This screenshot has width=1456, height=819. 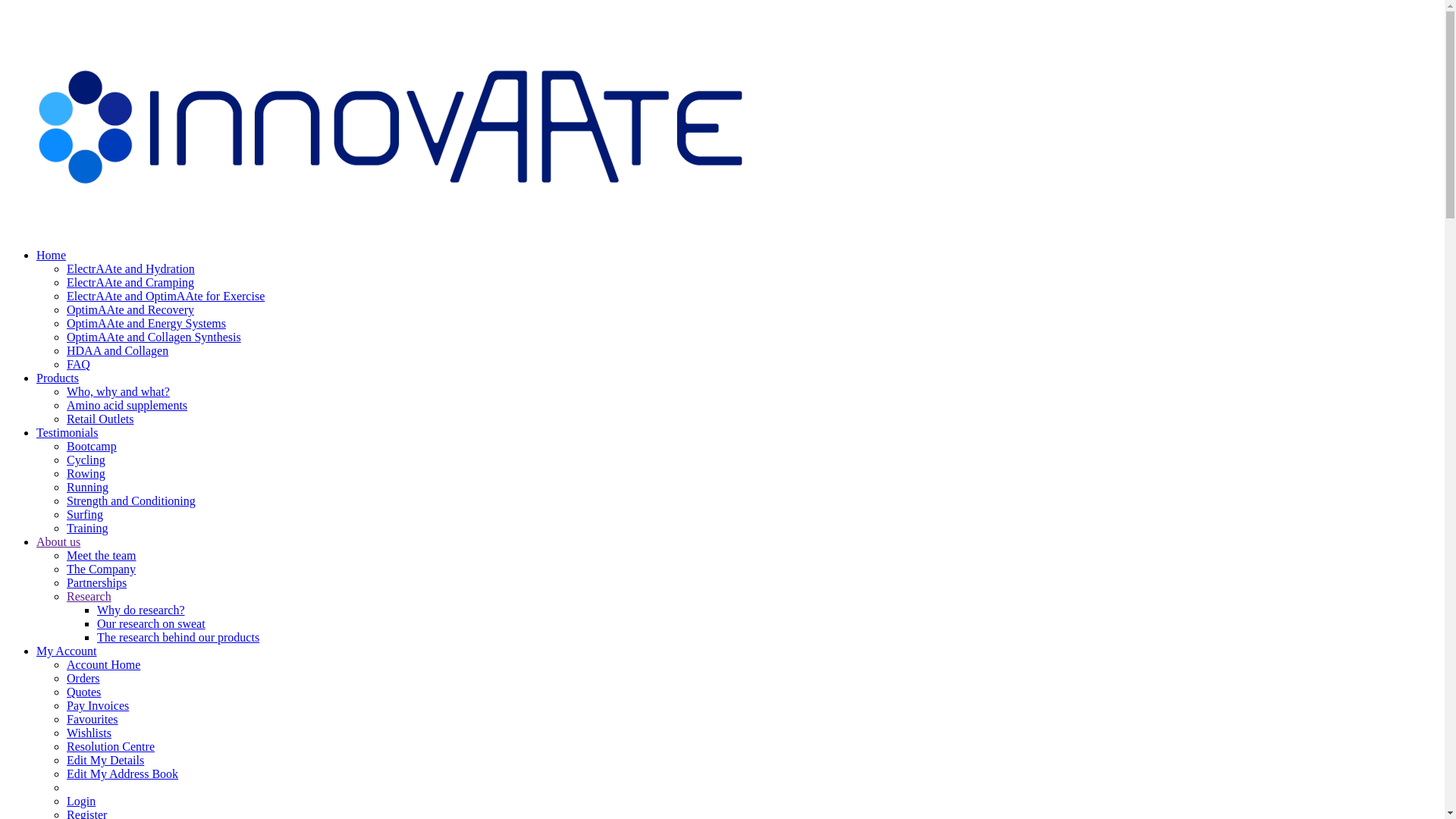 What do you see at coordinates (101, 555) in the screenshot?
I see `'Meet the team'` at bounding box center [101, 555].